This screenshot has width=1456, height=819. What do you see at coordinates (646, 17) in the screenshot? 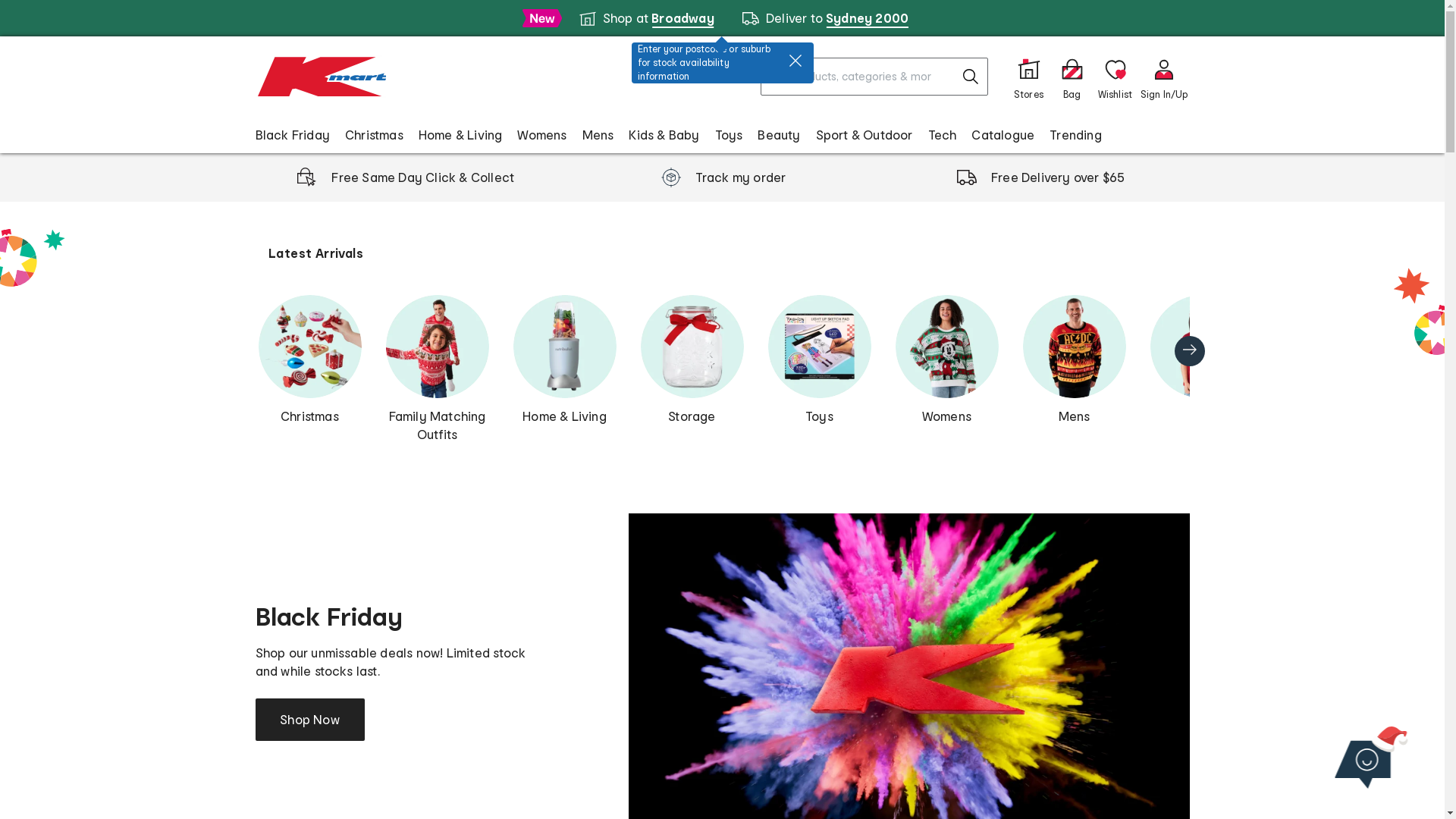
I see `'Shop at` at bounding box center [646, 17].